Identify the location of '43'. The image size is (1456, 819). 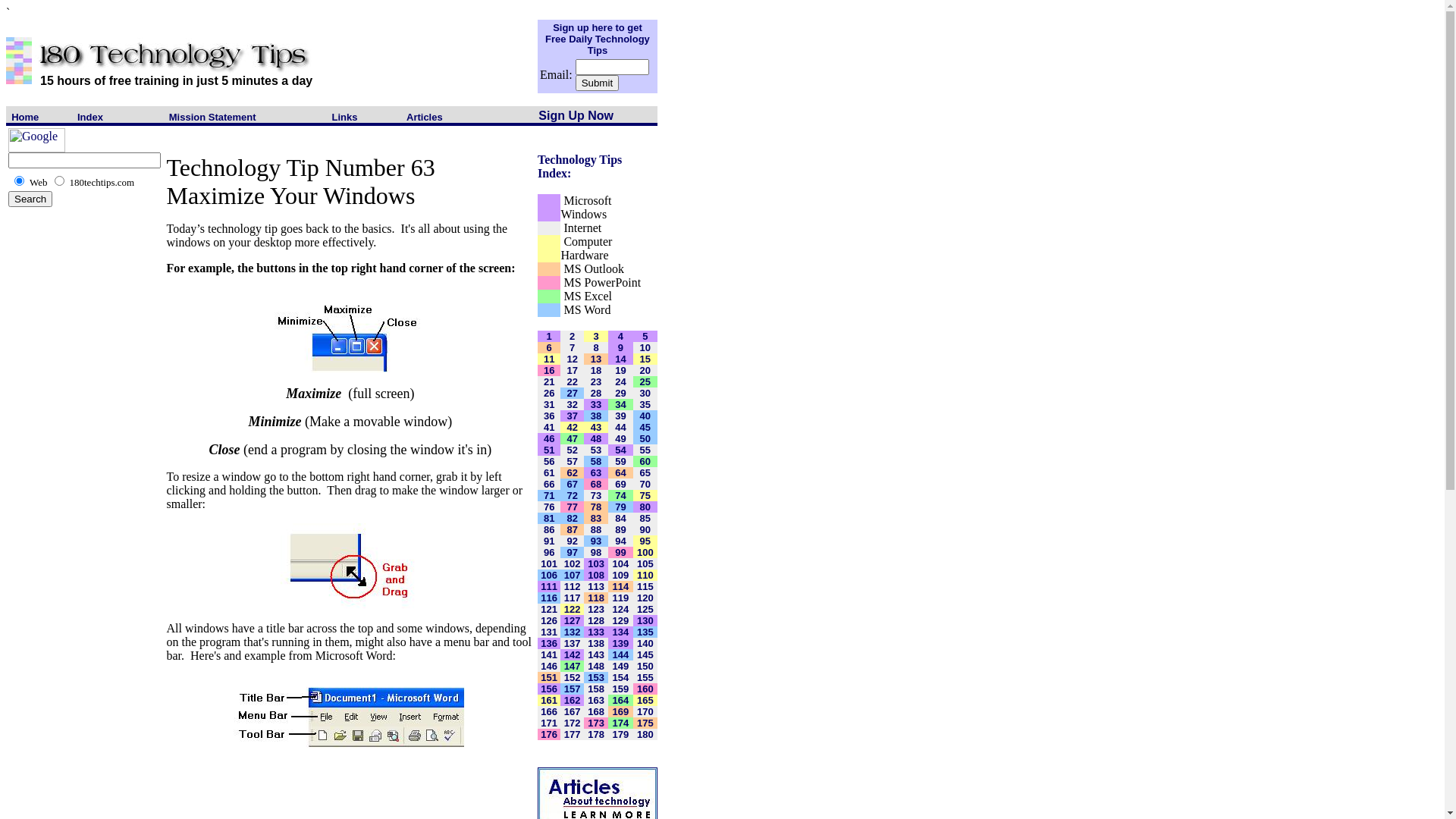
(589, 427).